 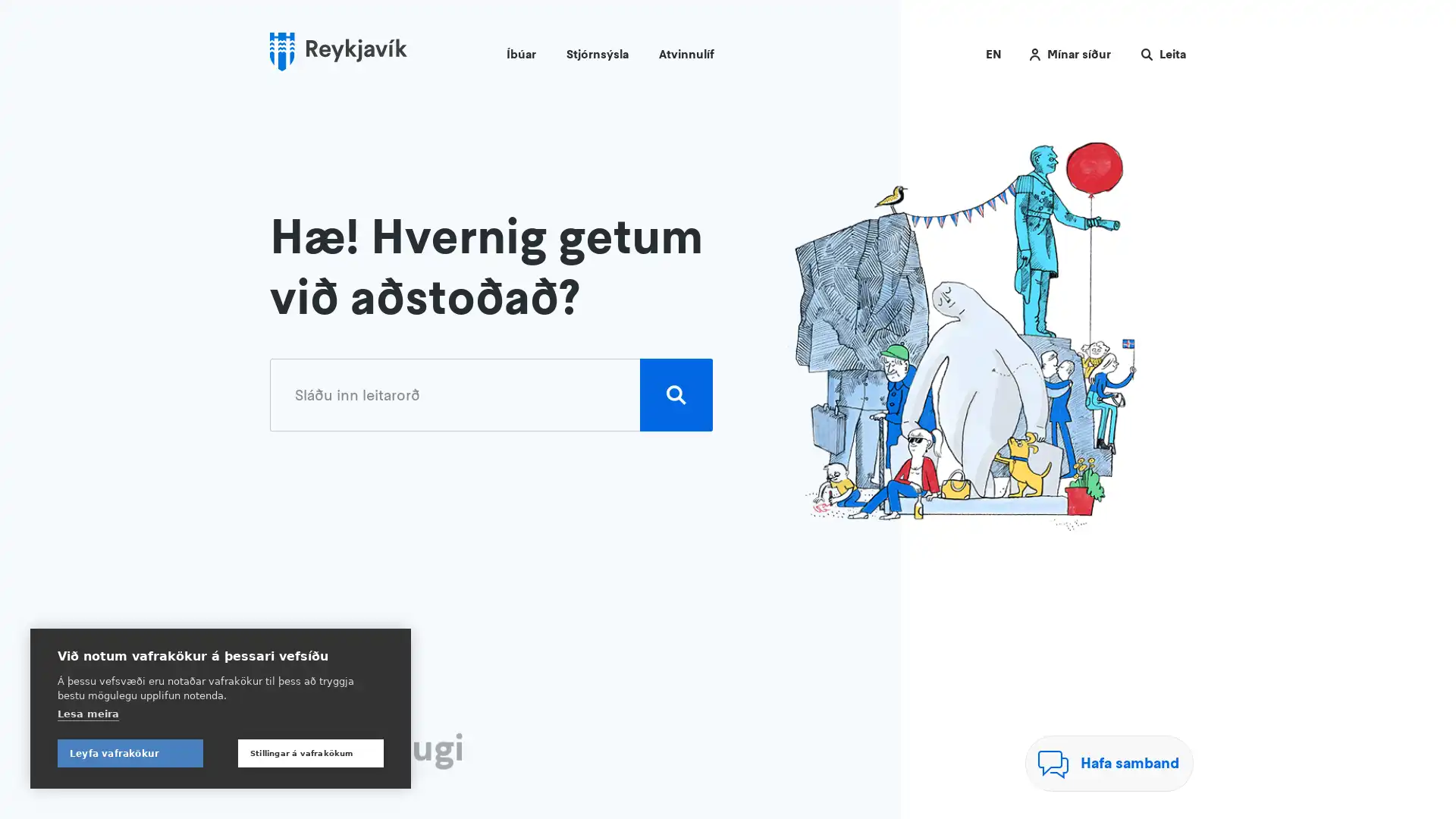 I want to click on Stjornsysla, so click(x=596, y=51).